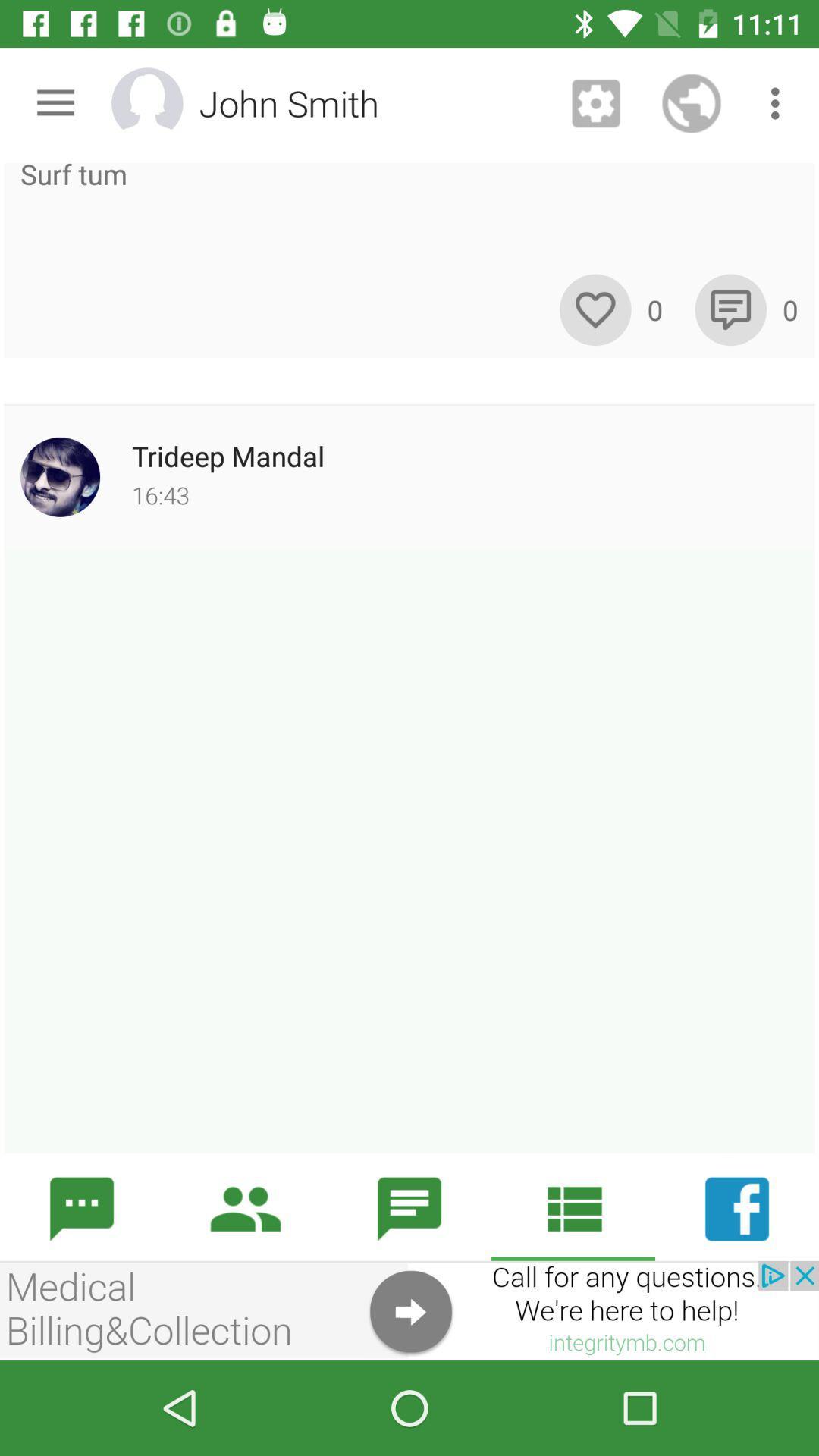 Image resolution: width=819 pixels, height=1456 pixels. I want to click on make a comment, so click(730, 309).